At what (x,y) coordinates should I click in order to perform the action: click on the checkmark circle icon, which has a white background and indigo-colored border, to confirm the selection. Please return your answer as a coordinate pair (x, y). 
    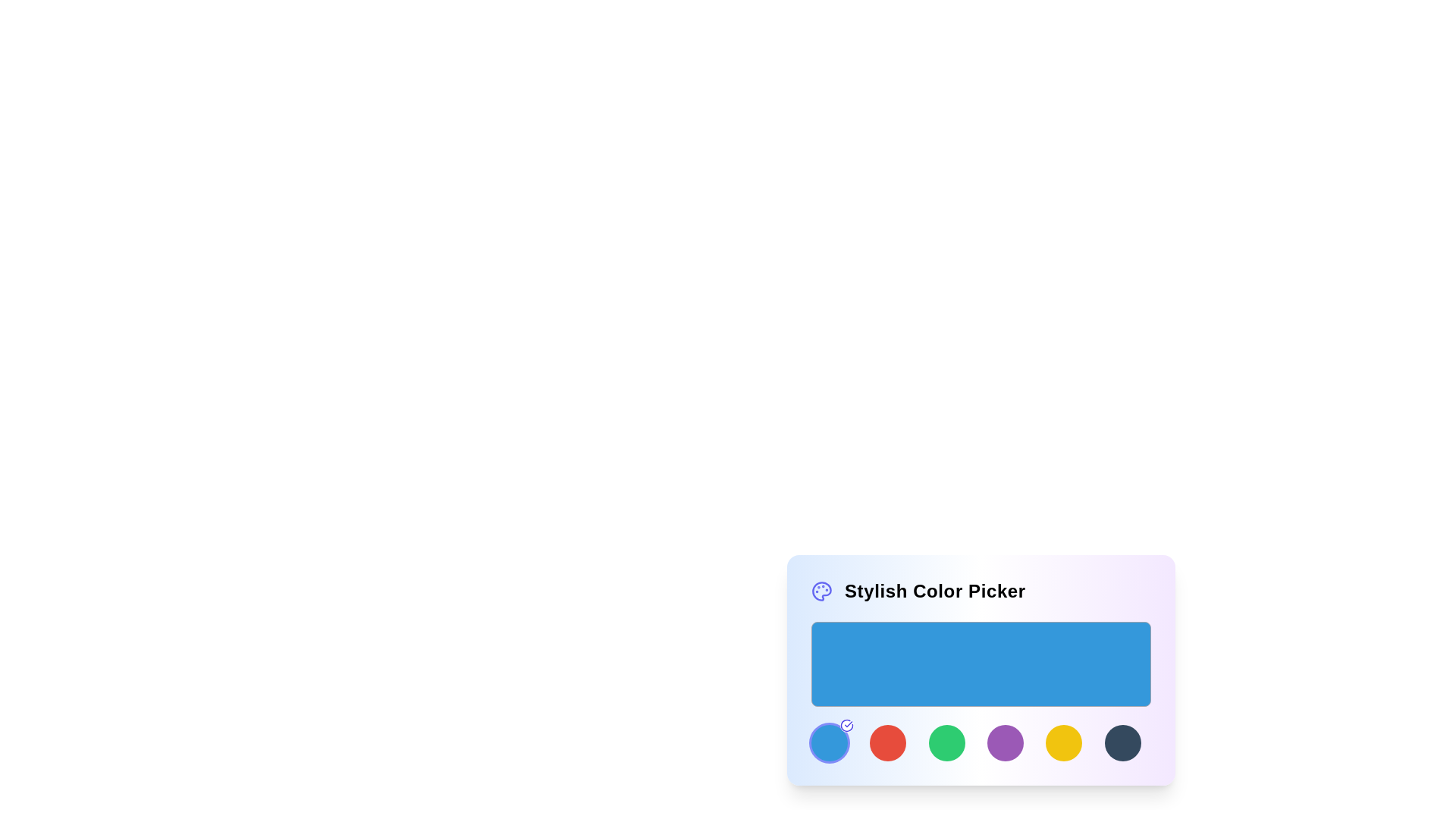
    Looking at the image, I should click on (846, 724).